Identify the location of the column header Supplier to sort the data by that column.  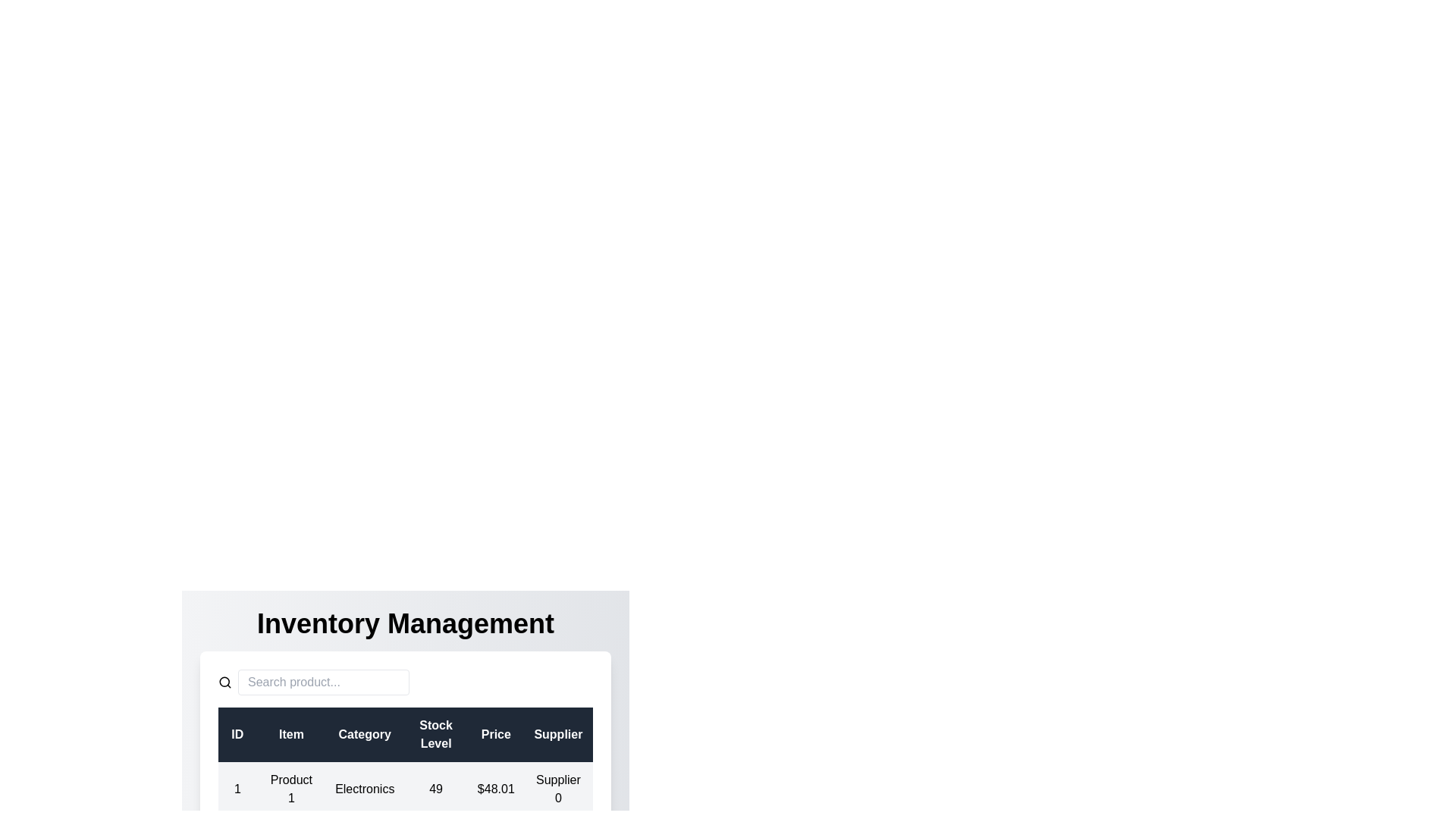
(557, 733).